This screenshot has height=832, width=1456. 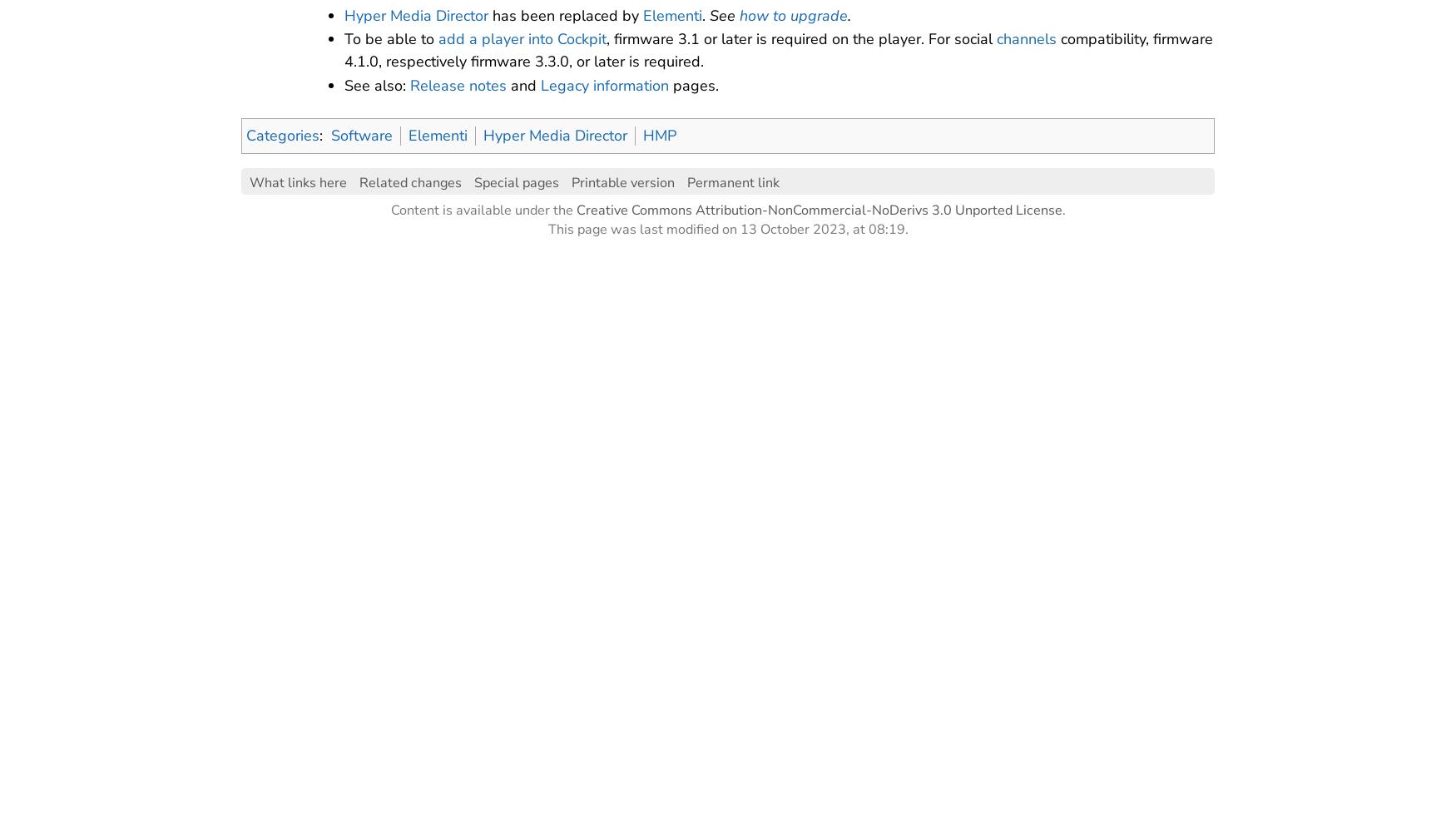 What do you see at coordinates (376, 85) in the screenshot?
I see `'See also:'` at bounding box center [376, 85].